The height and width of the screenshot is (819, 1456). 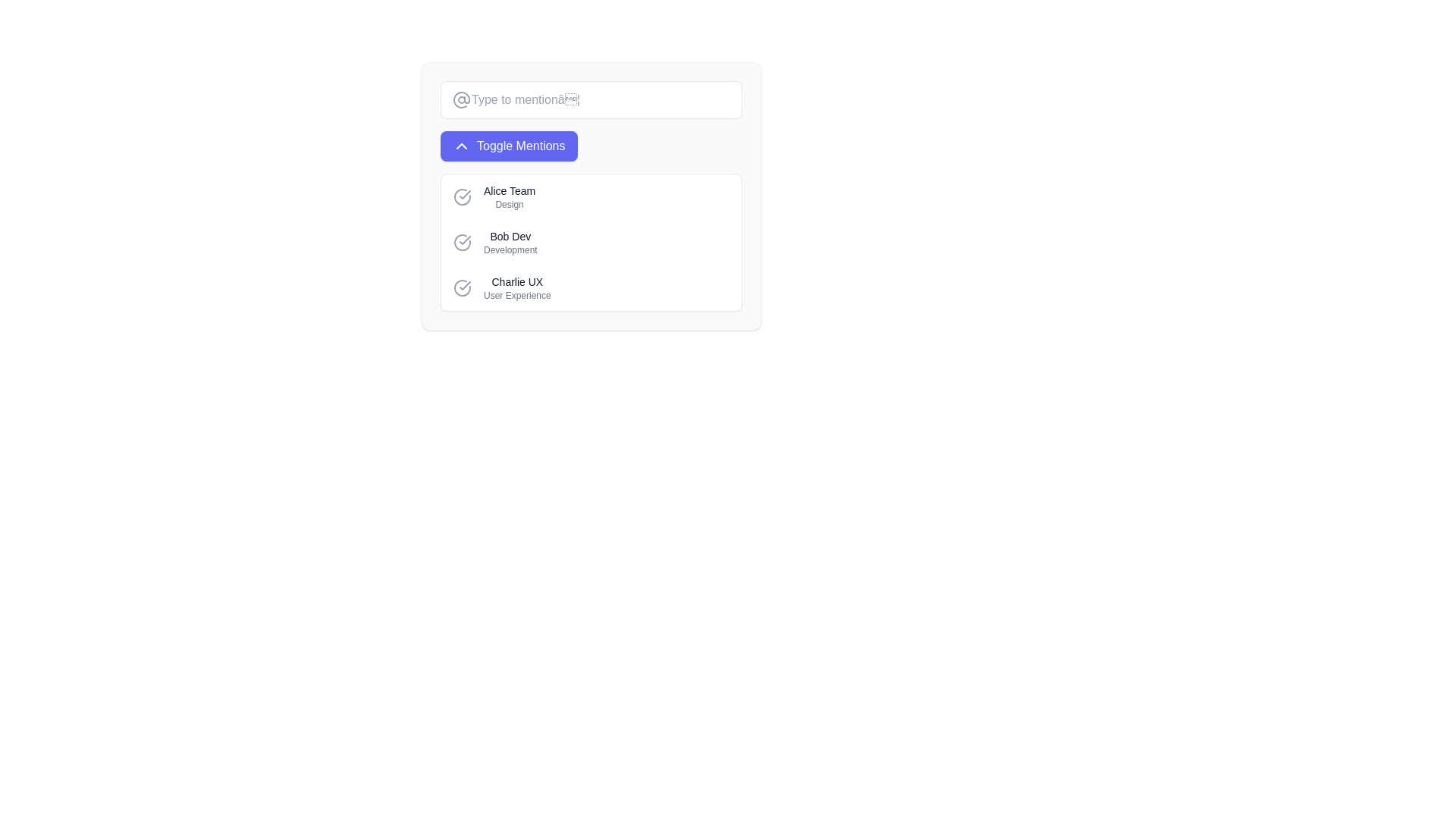 I want to click on the graphical indicator icon located to the left of the text 'Charlie UX', so click(x=461, y=288).